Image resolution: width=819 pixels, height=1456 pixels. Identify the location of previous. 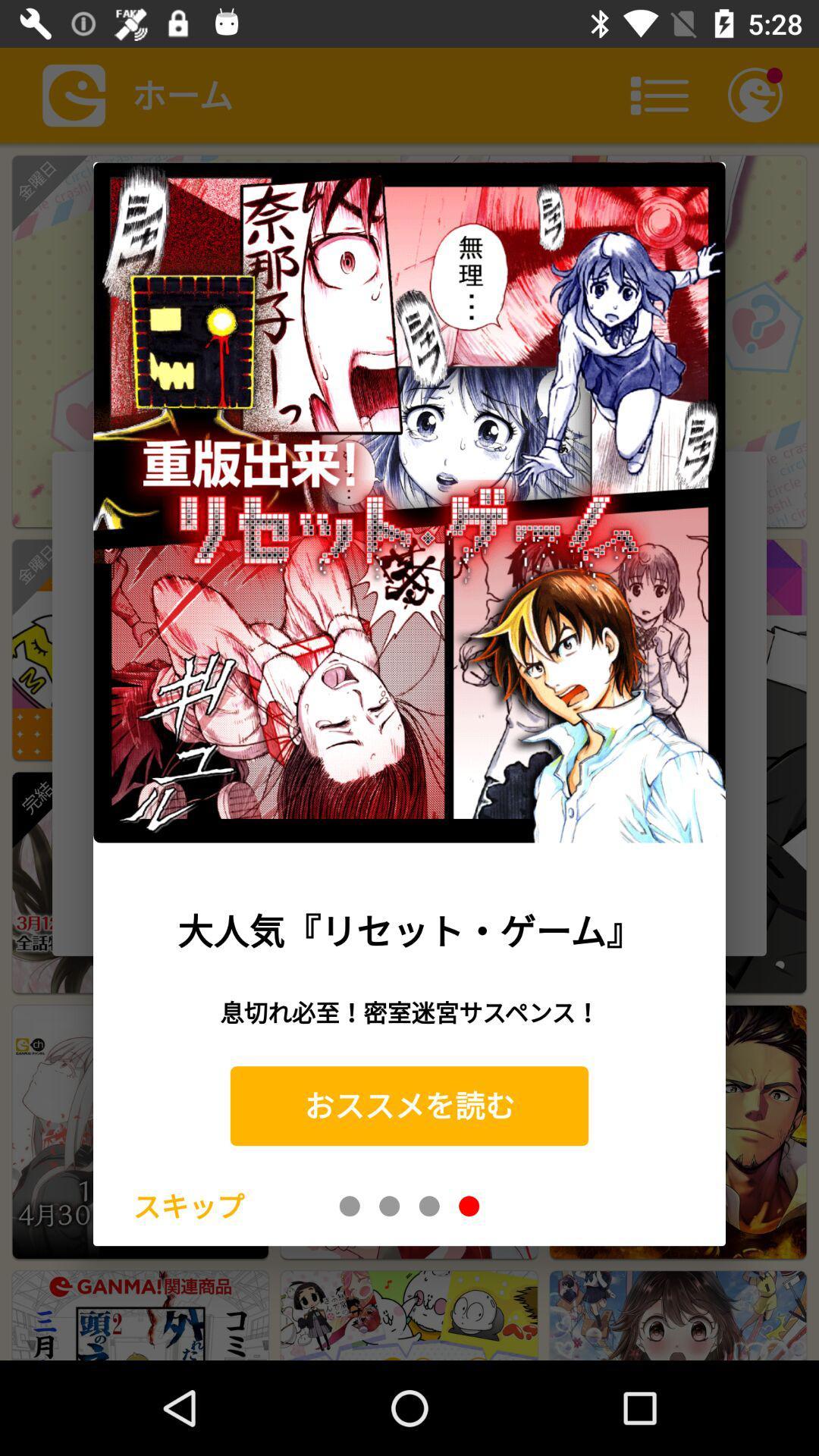
(429, 1205).